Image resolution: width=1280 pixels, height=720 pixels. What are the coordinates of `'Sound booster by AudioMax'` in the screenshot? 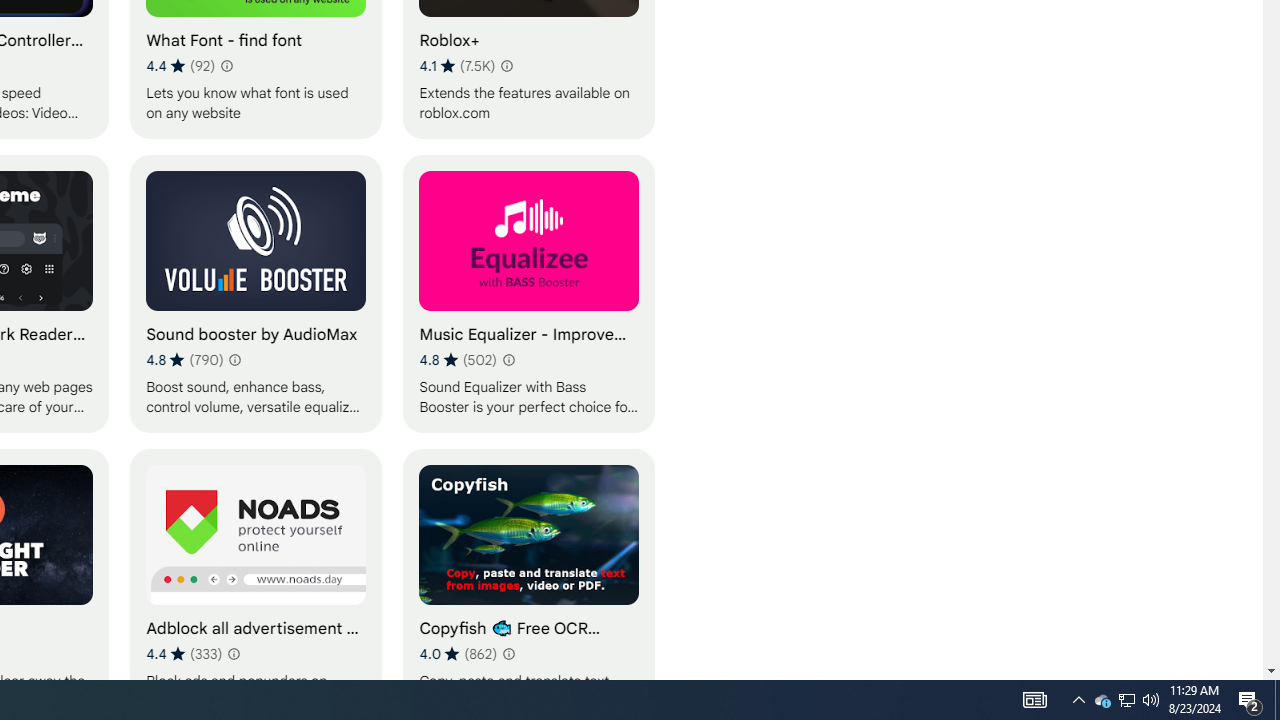 It's located at (255, 293).